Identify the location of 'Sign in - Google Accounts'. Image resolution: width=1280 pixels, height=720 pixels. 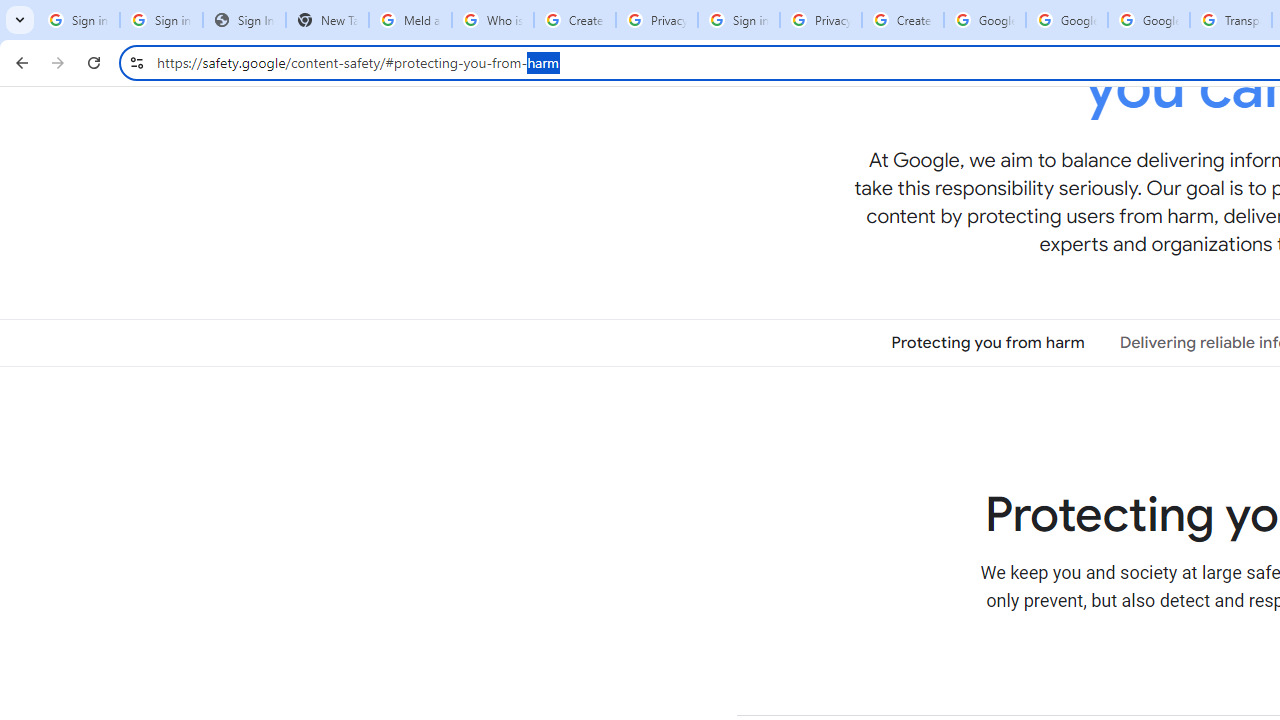
(737, 20).